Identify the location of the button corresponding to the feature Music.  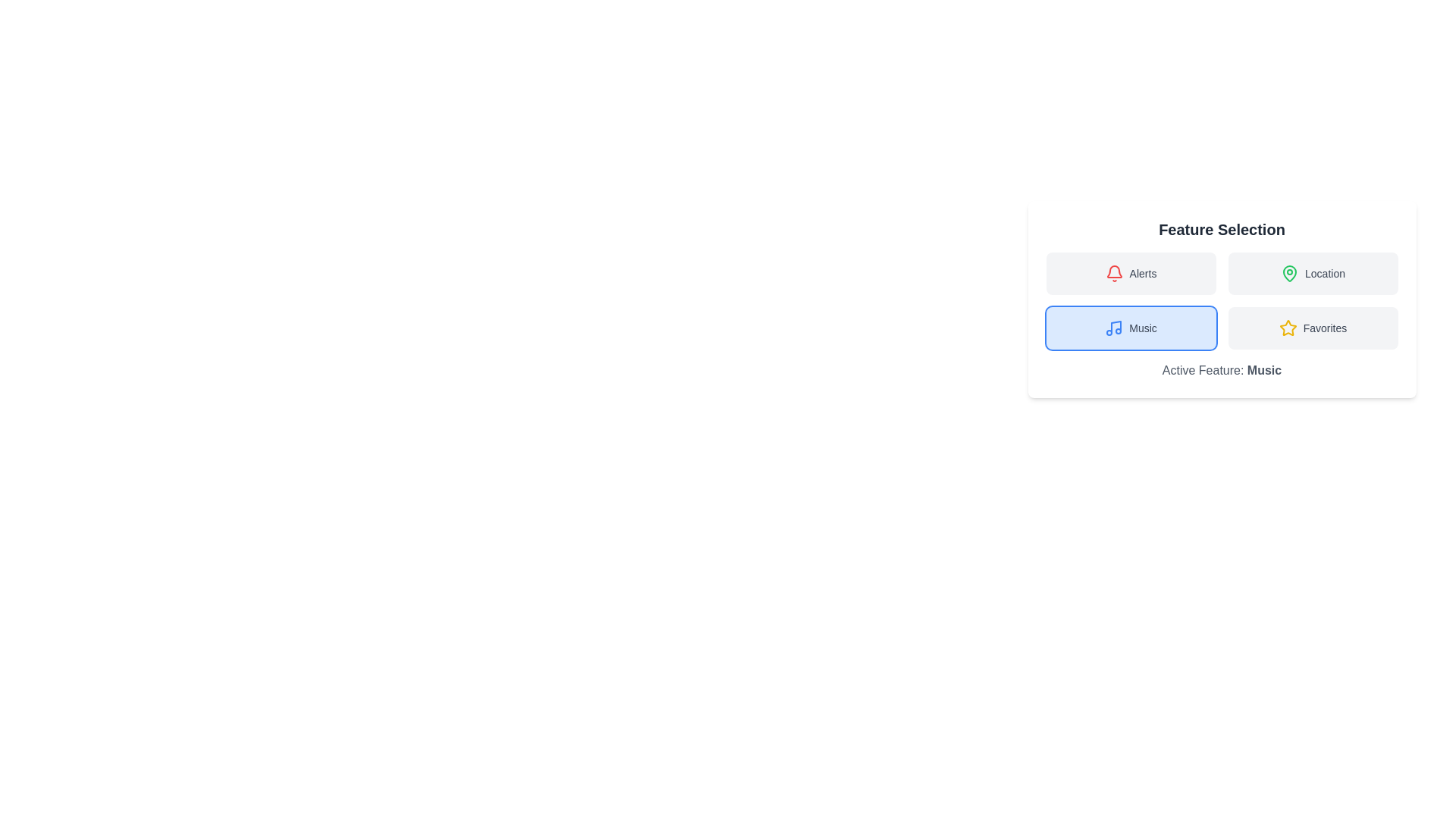
(1131, 327).